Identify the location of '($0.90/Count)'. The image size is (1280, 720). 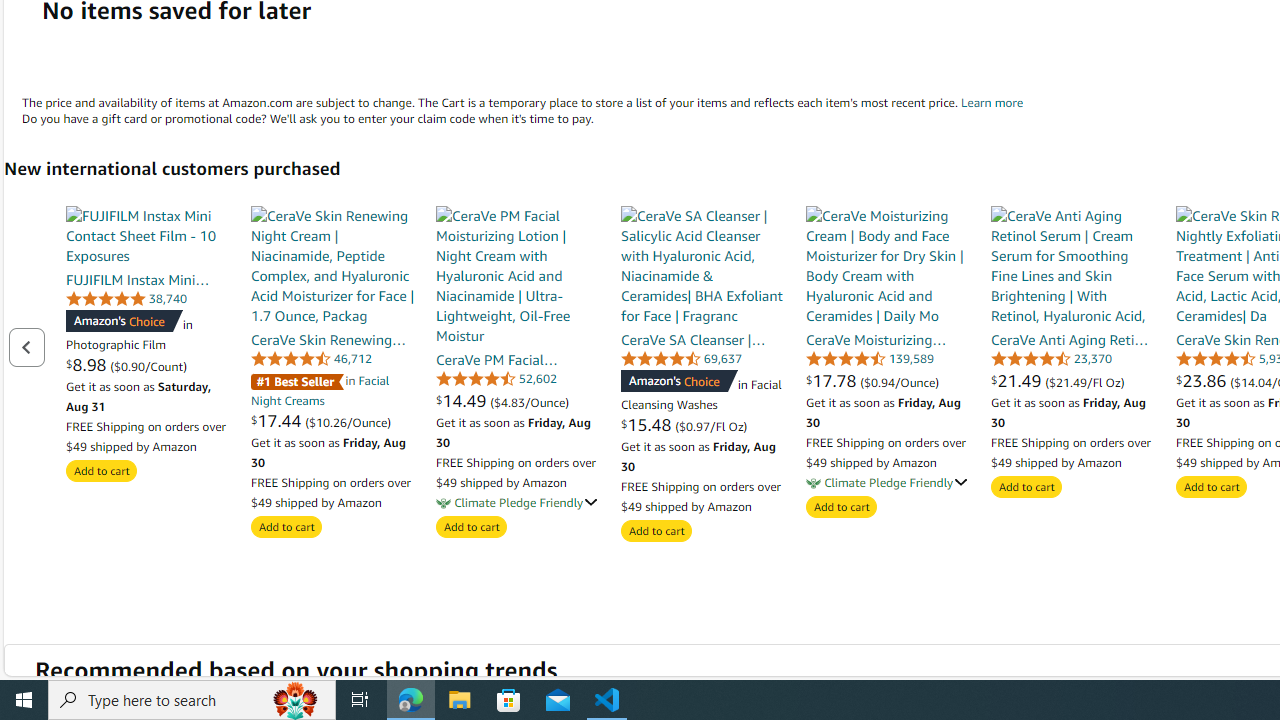
(147, 365).